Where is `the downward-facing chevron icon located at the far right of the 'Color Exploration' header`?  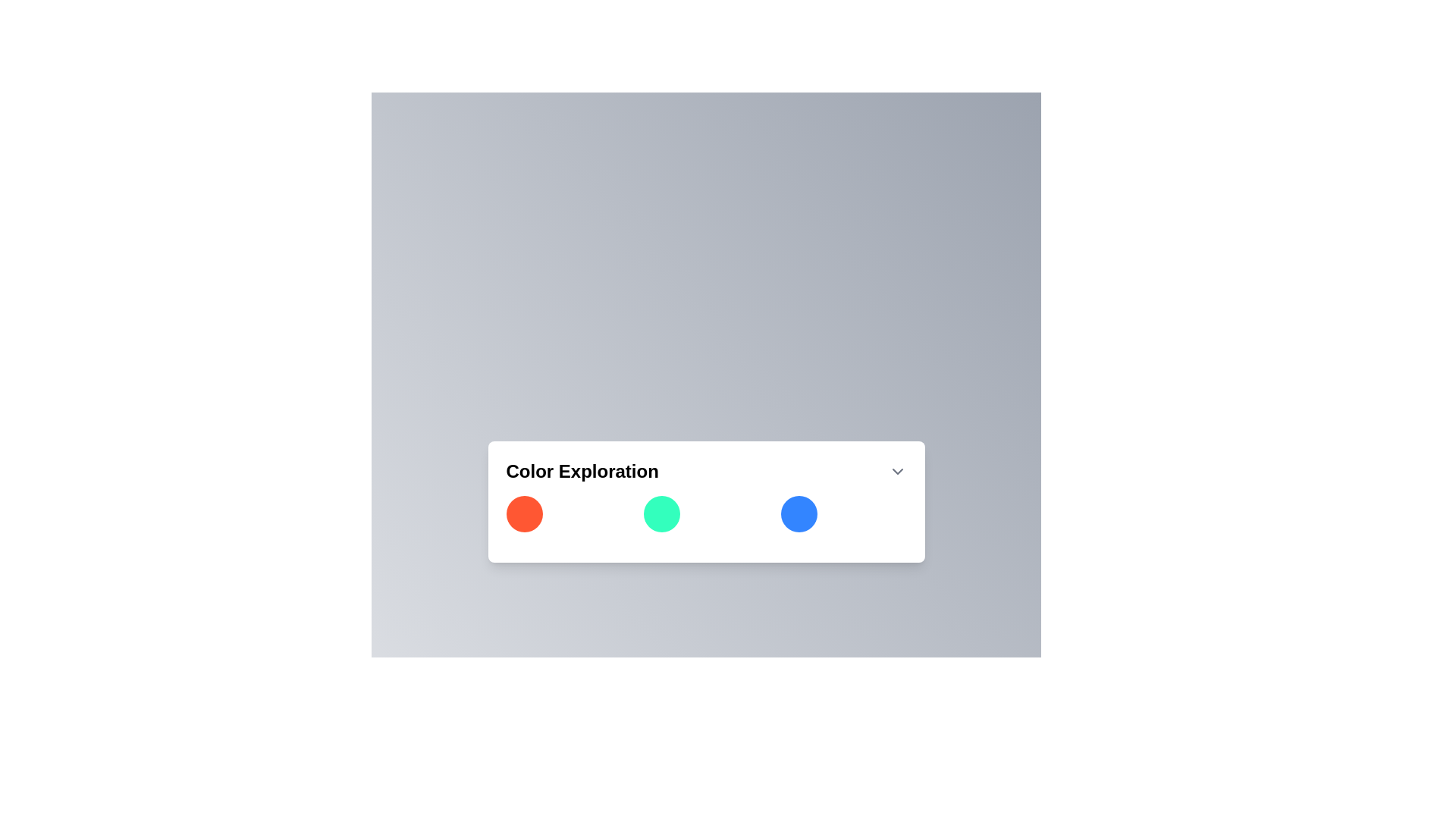
the downward-facing chevron icon located at the far right of the 'Color Exploration' header is located at coordinates (897, 470).